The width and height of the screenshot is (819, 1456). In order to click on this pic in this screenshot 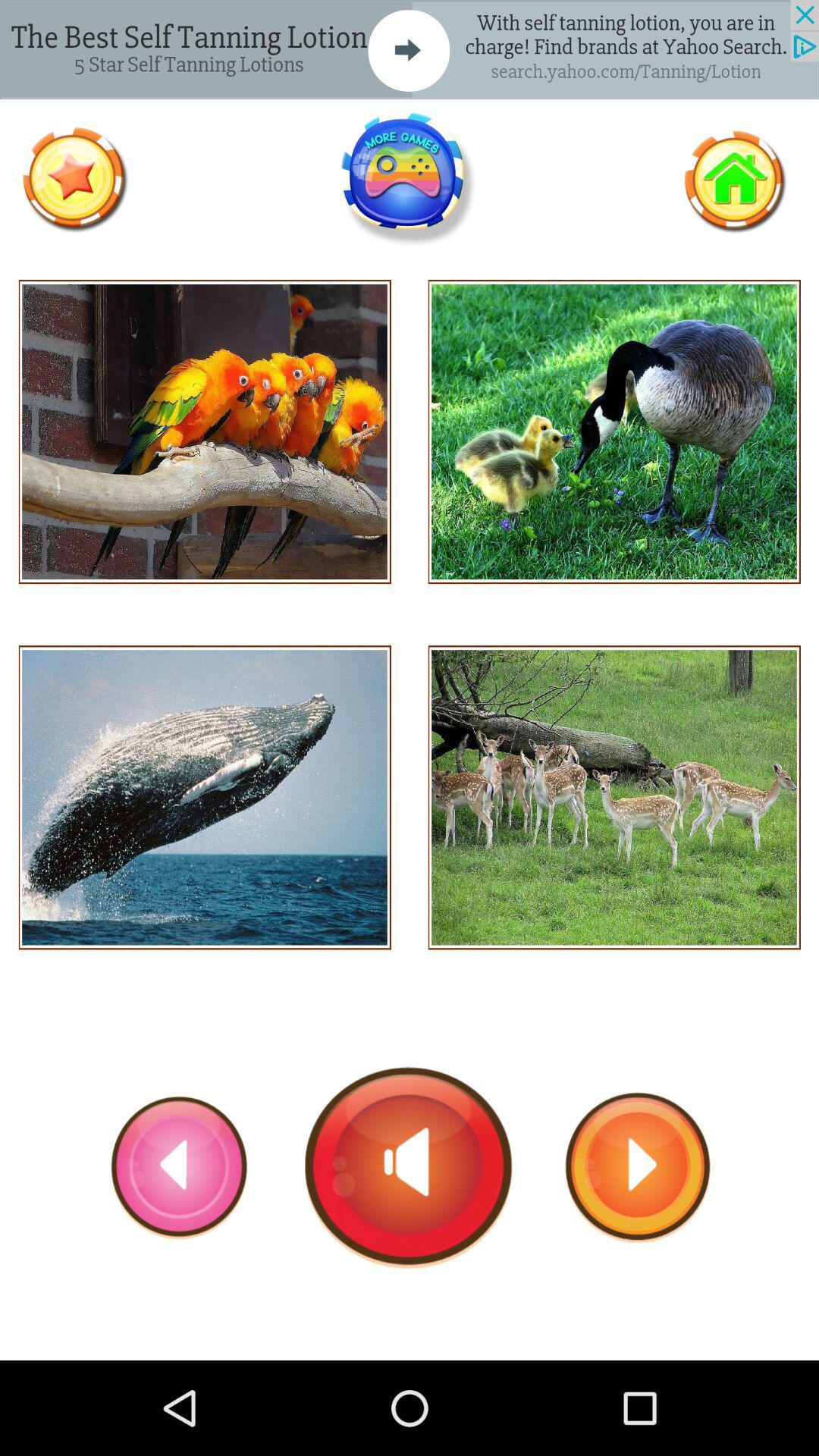, I will do `click(205, 796)`.